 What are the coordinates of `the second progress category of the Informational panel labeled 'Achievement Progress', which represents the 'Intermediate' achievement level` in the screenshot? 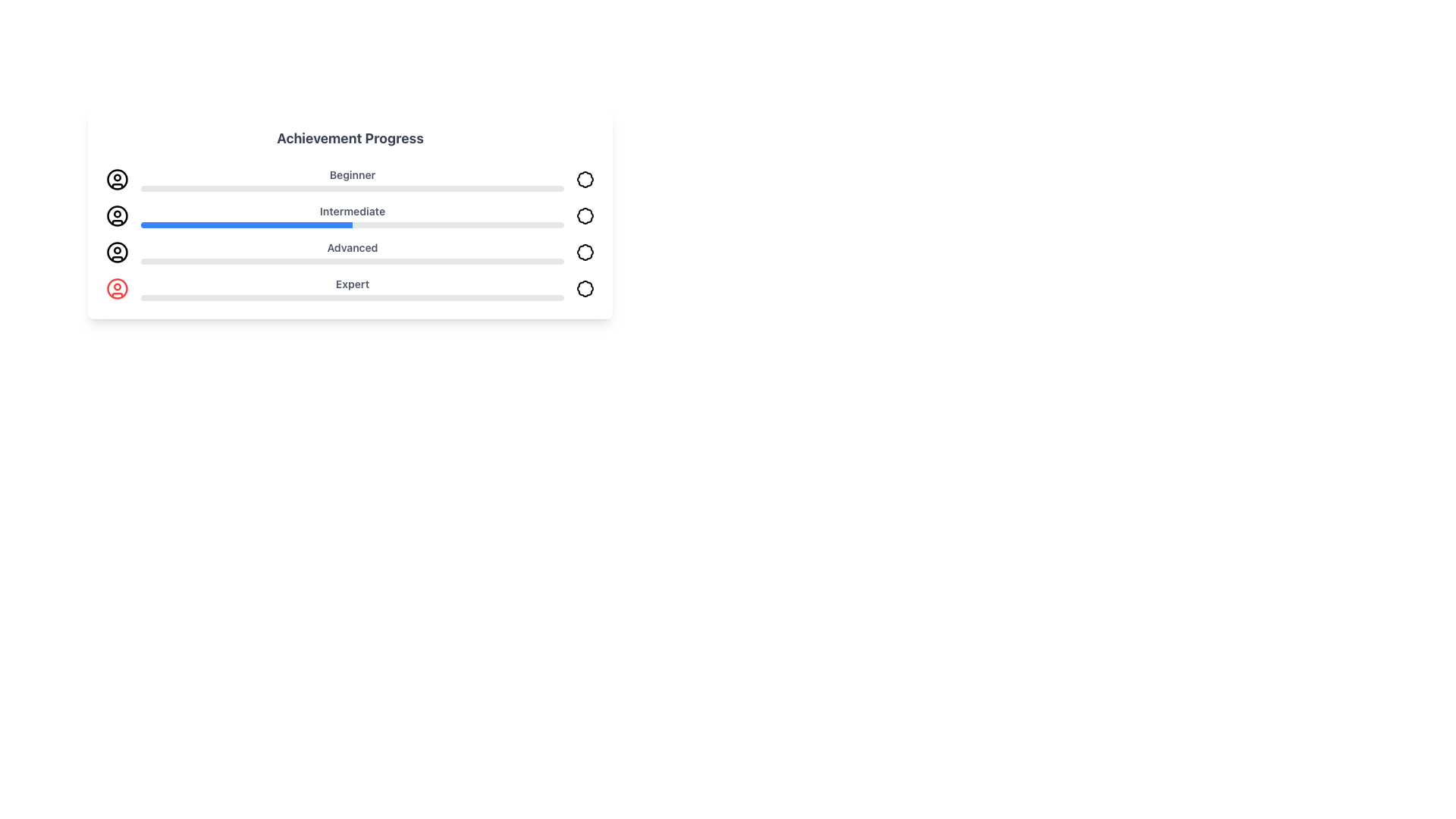 It's located at (349, 234).